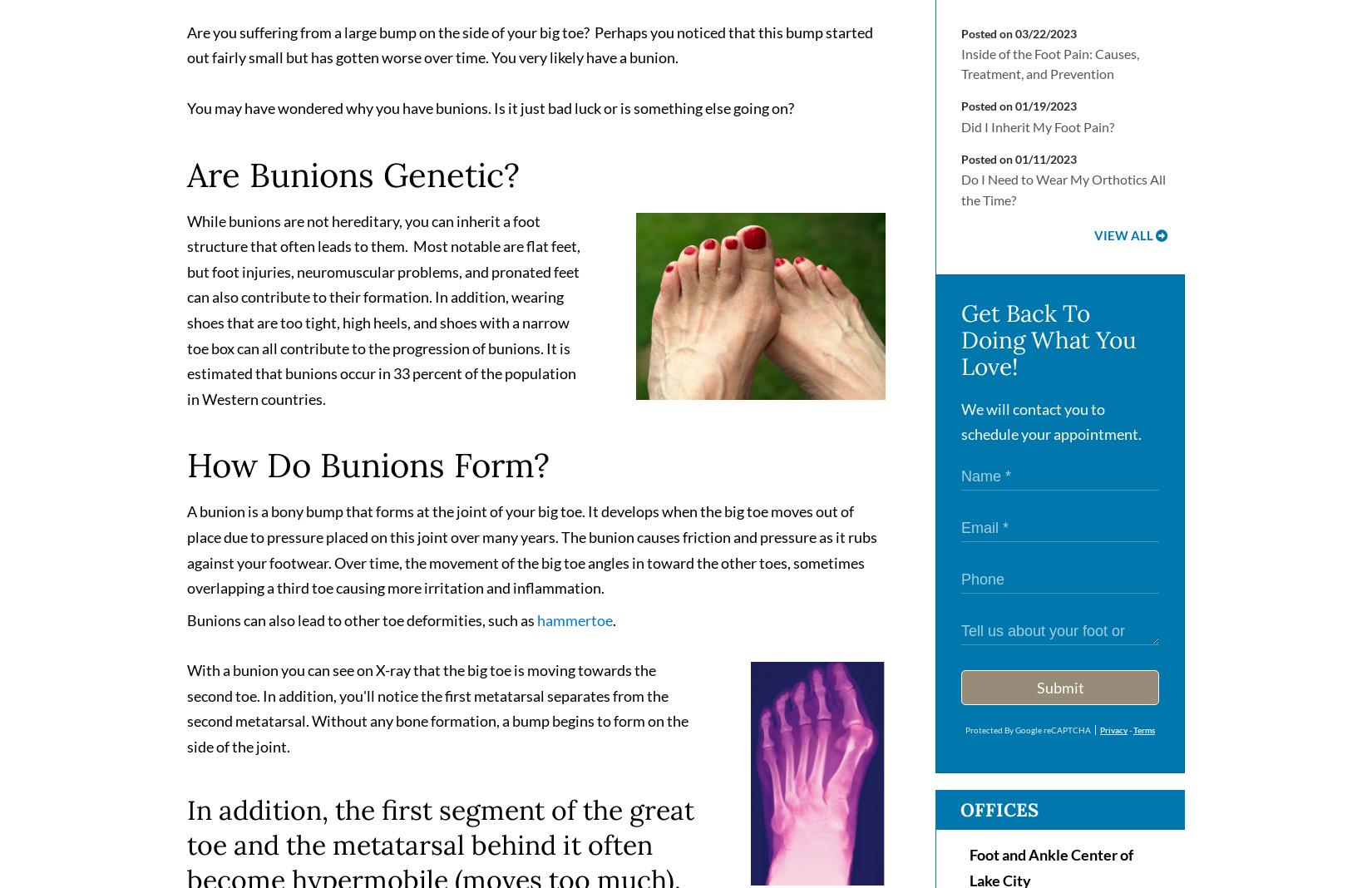  Describe the element at coordinates (1059, 693) in the screenshot. I see `'Submit'` at that location.